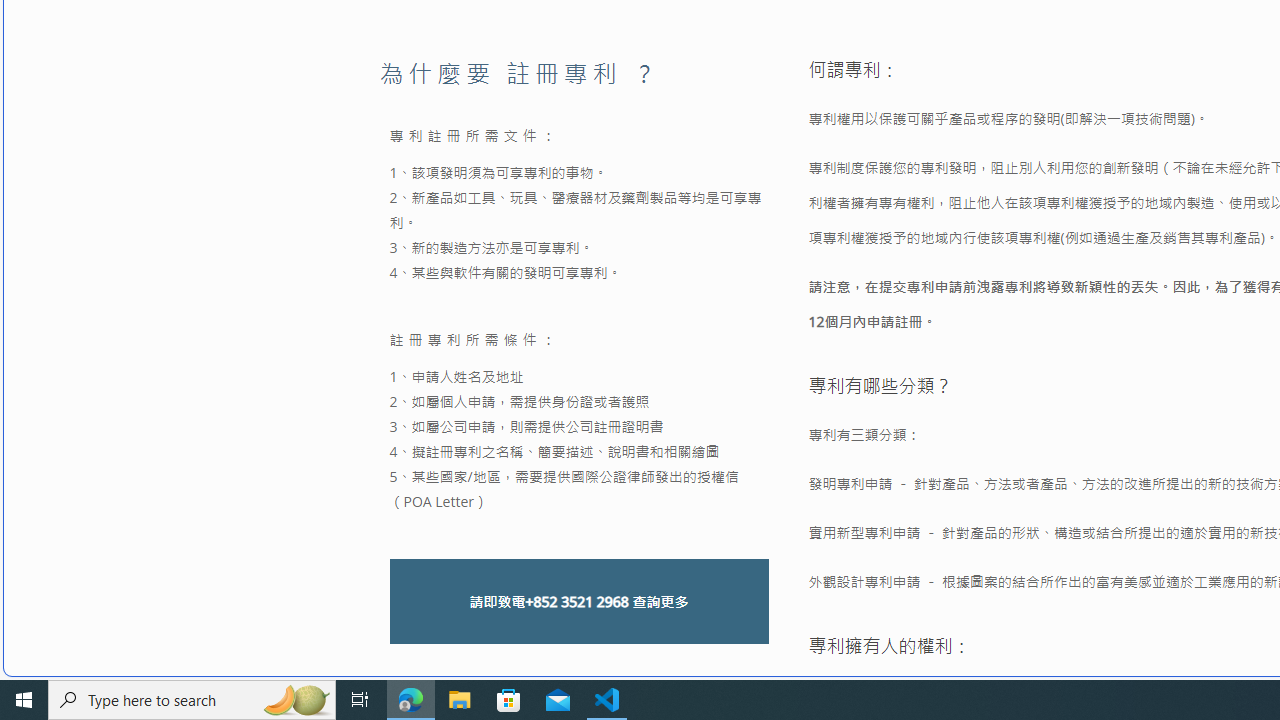 This screenshot has width=1280, height=720. I want to click on '+852 3521 2968', so click(575, 600).